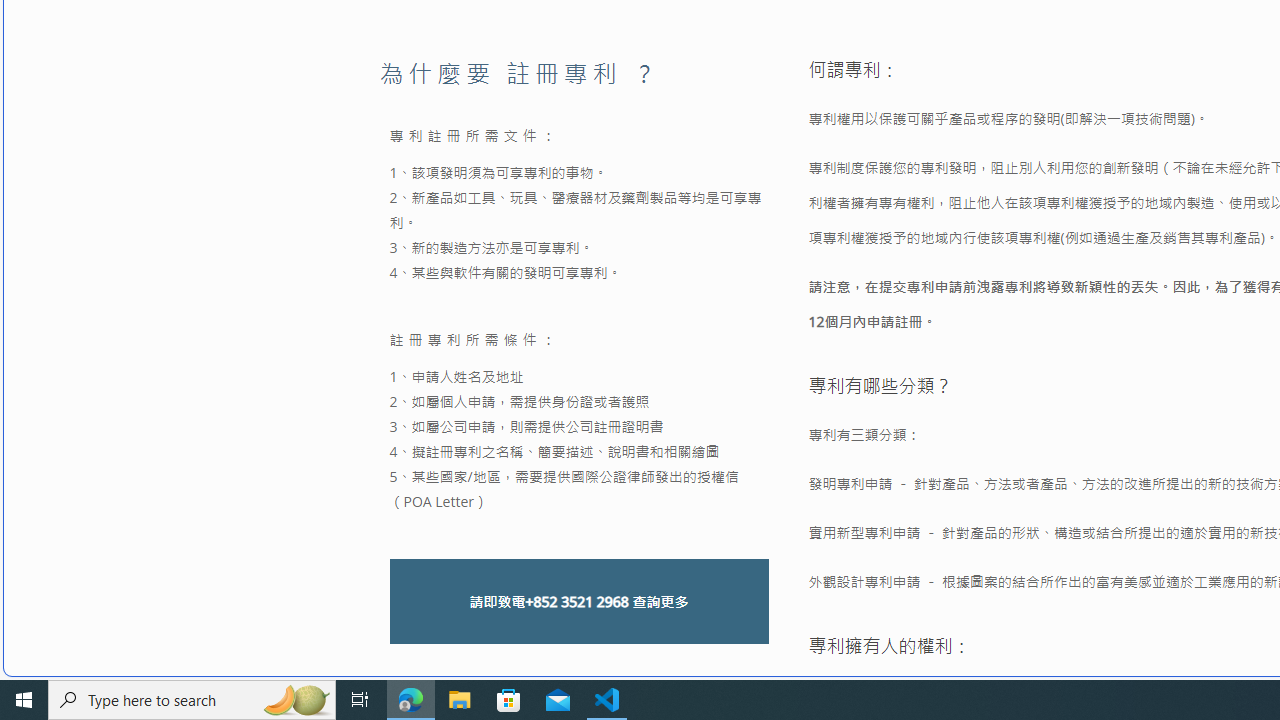 This screenshot has width=1280, height=720. I want to click on '+852 3521 2968', so click(575, 600).